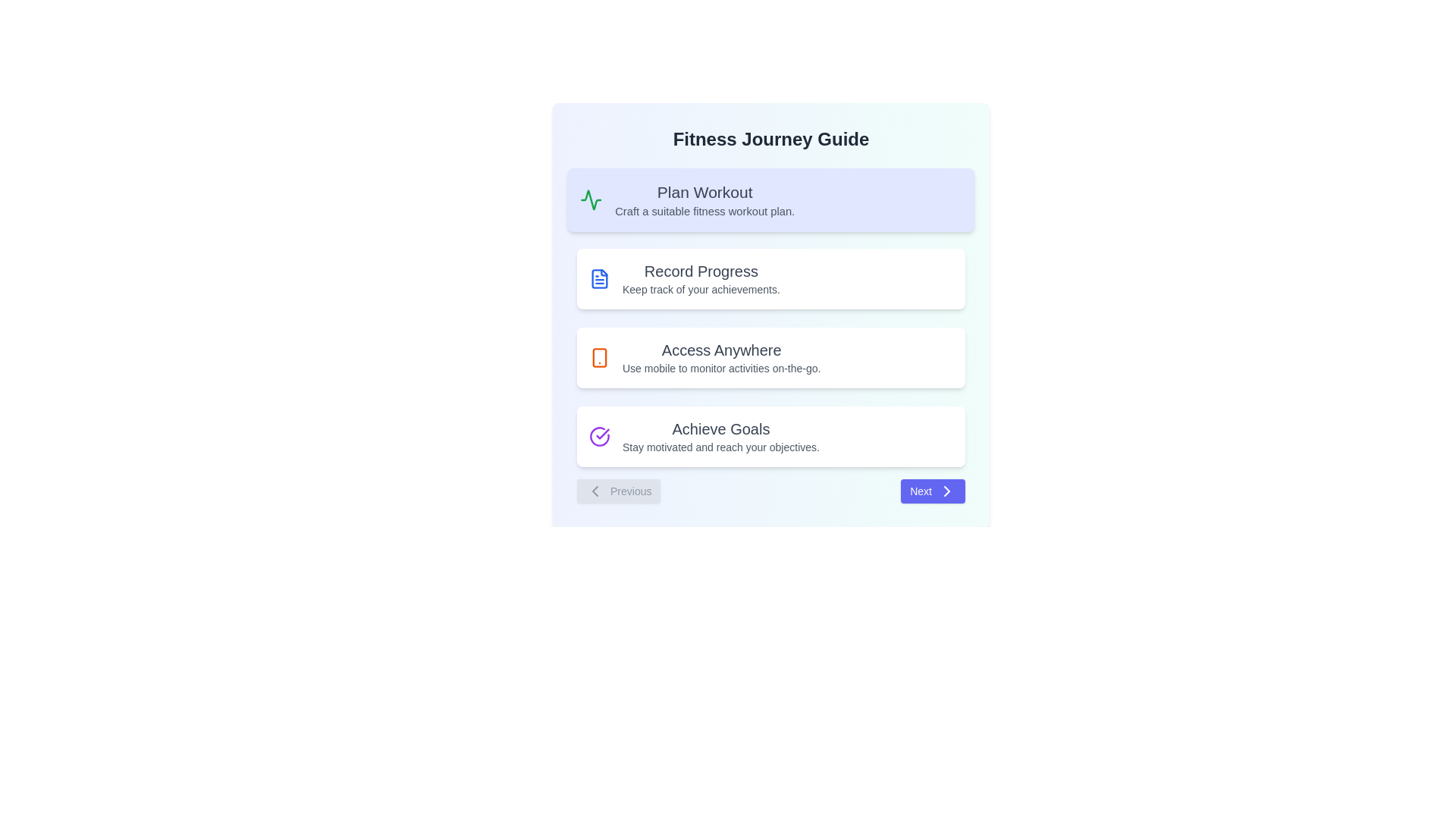  Describe the element at coordinates (590, 199) in the screenshot. I see `the green zigzag line SVG icon representing a waveform in the top-left corner of the 'Plan Workout' card to initiate an action` at that location.